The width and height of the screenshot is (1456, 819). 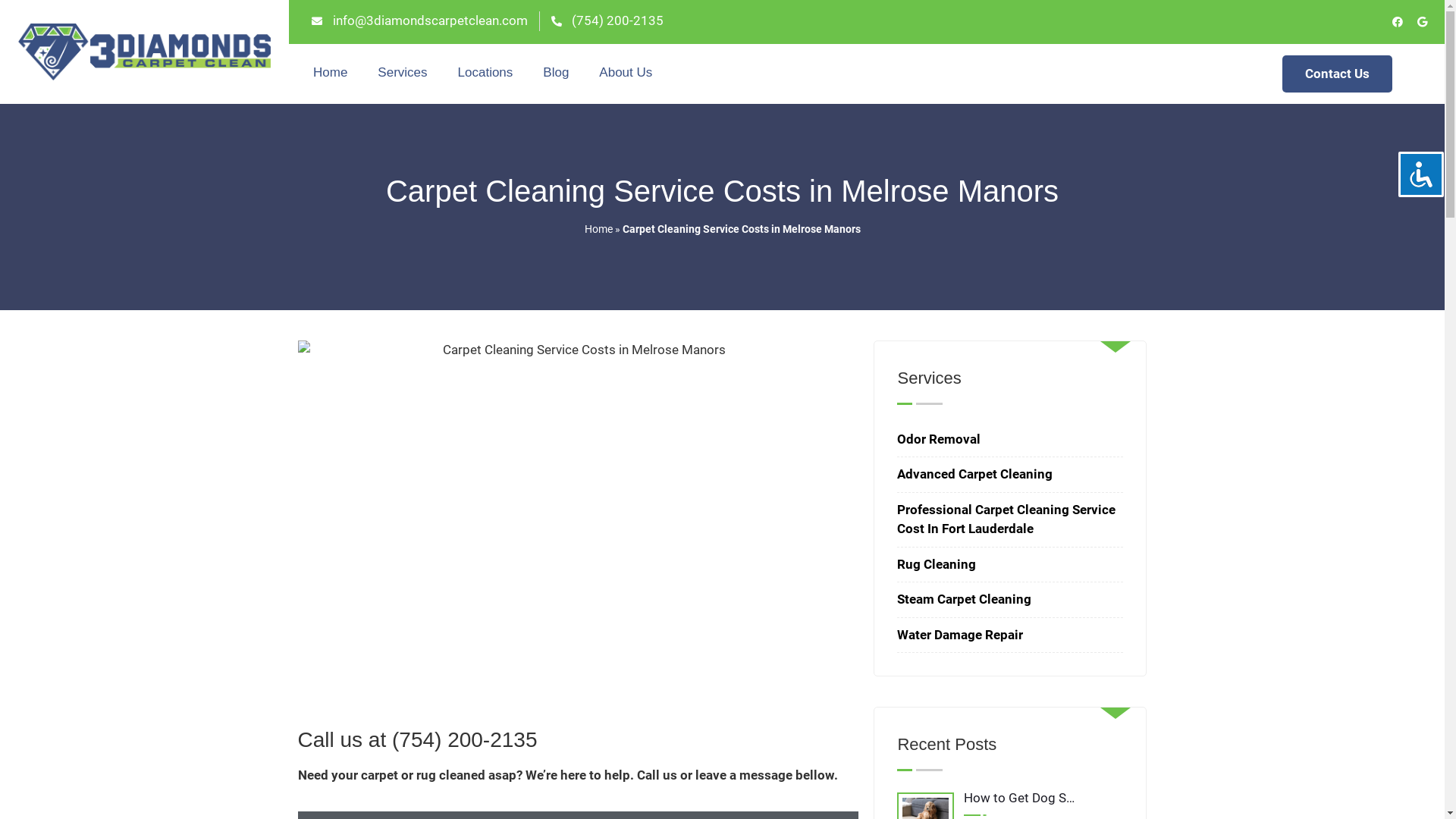 I want to click on 'Contact Us', so click(x=1337, y=74).